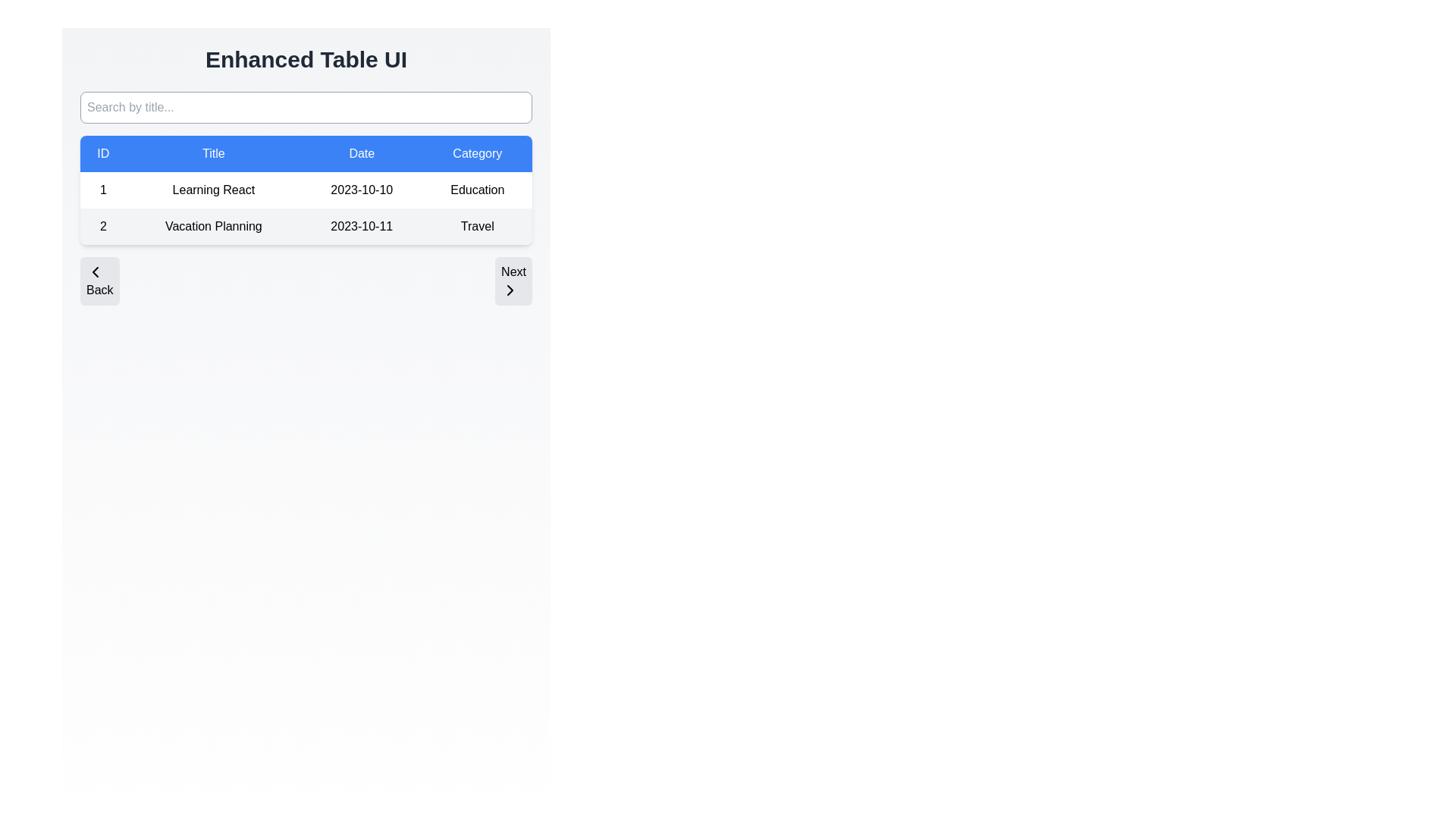  I want to click on the static text element displaying the date '2023-10-11', so click(361, 227).